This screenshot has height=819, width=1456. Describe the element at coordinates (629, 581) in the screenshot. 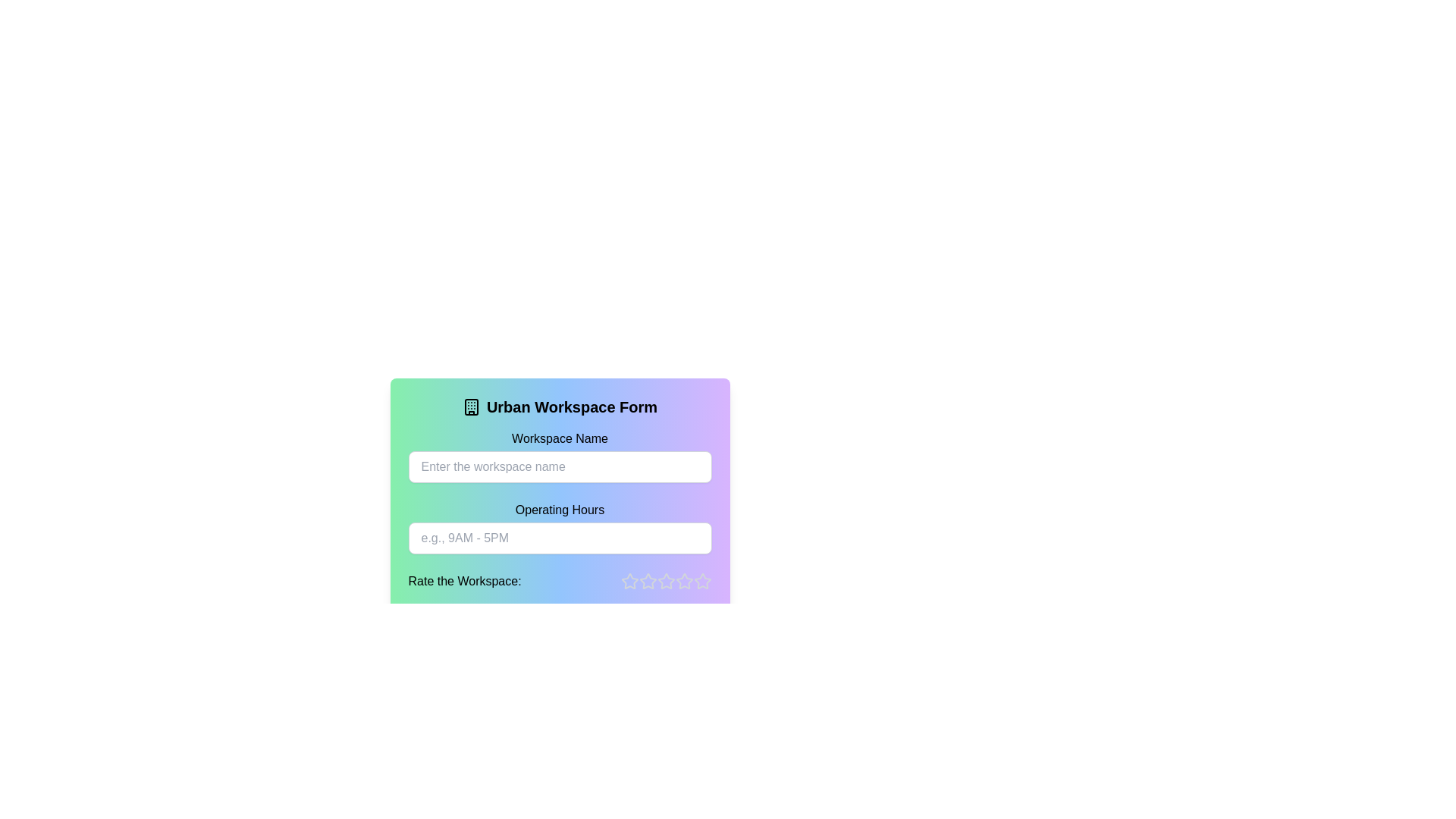

I see `the first star-shaped rating indicator icon` at that location.